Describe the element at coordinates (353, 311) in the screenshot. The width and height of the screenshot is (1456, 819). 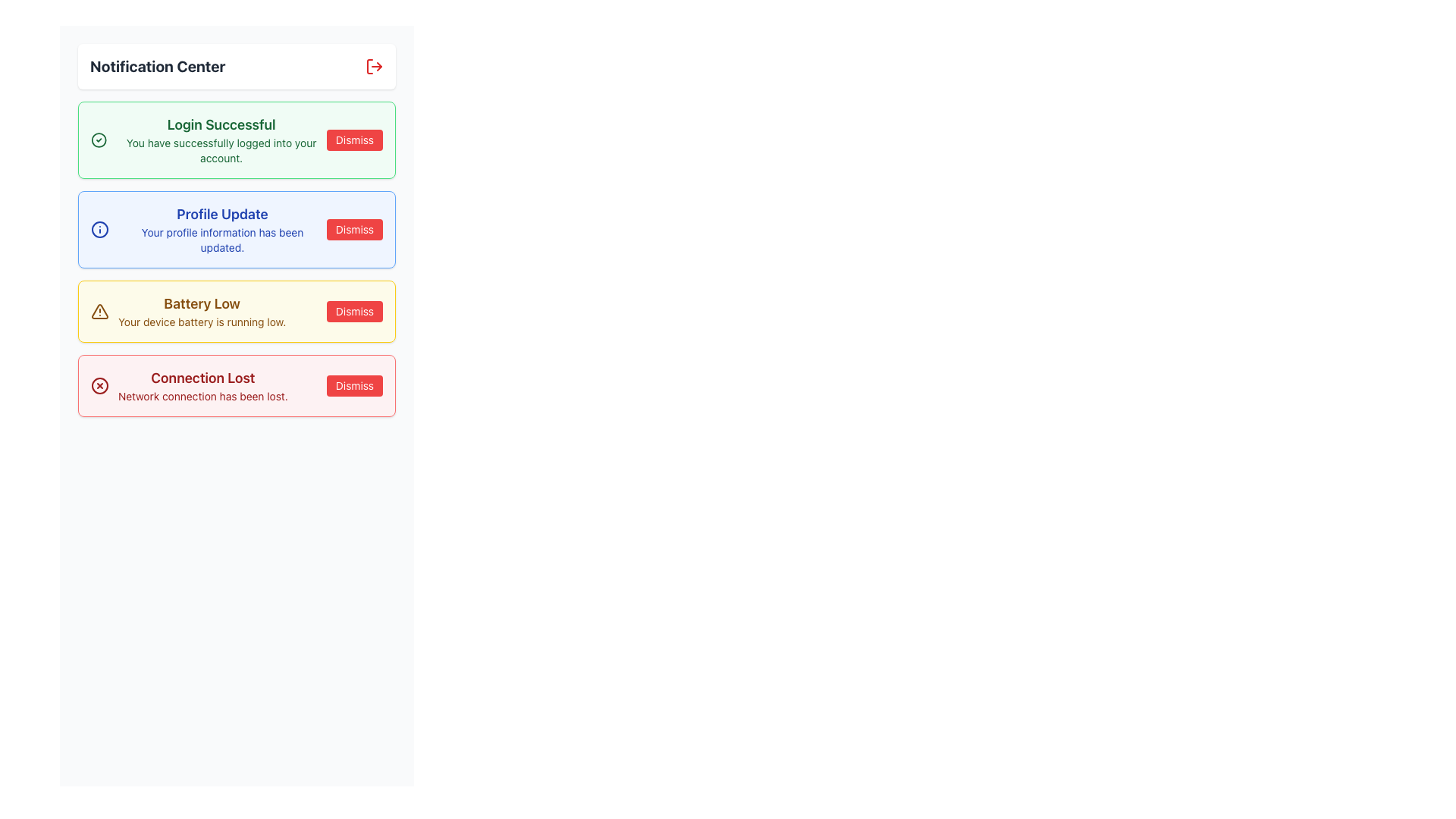
I see `the 'Dismiss' button in the low battery notification card` at that location.